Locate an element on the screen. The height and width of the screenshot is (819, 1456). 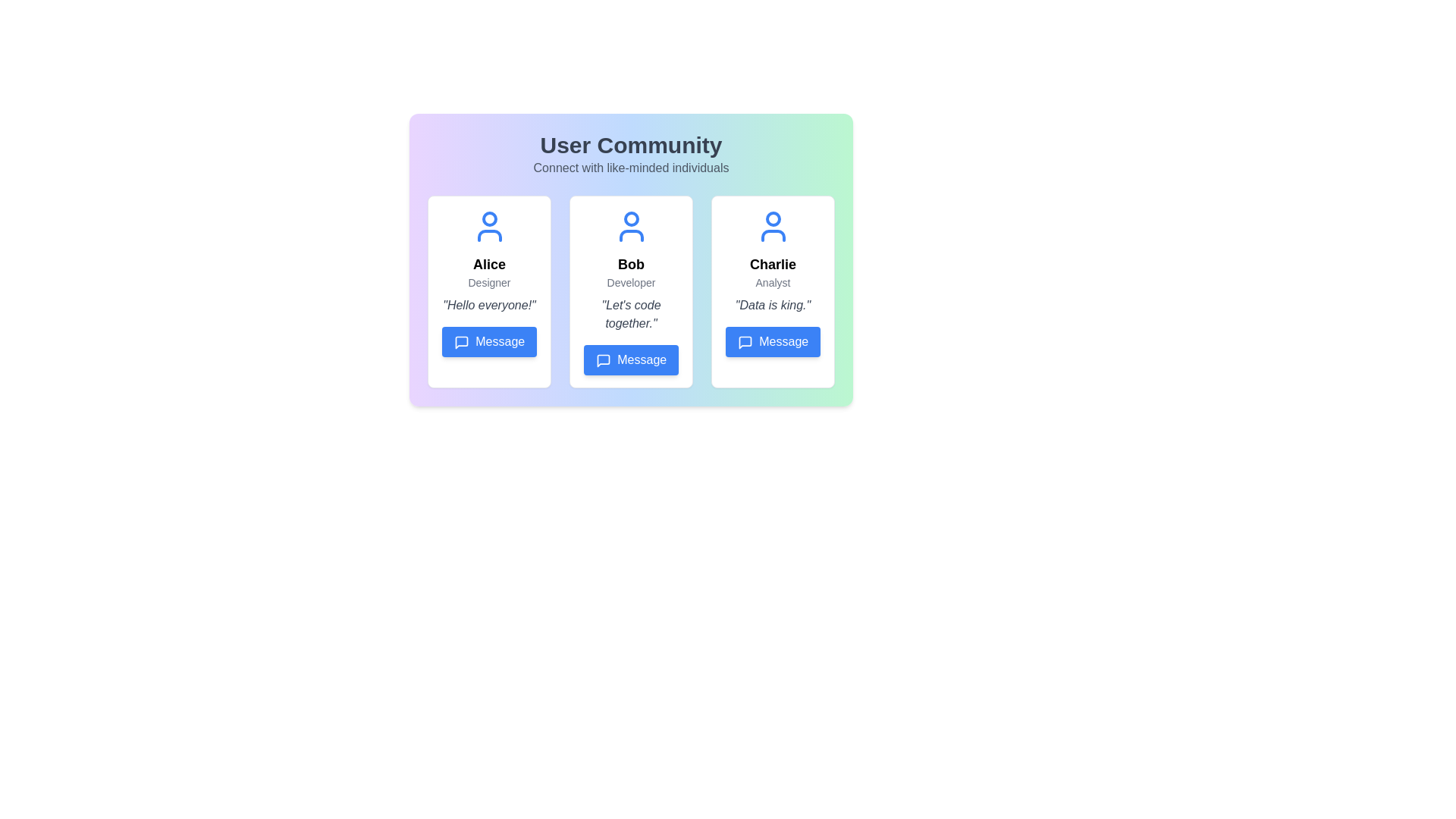
the SVG circle representing the head in the user icon for user 'Charlie' on the third card in the user community section is located at coordinates (773, 219).